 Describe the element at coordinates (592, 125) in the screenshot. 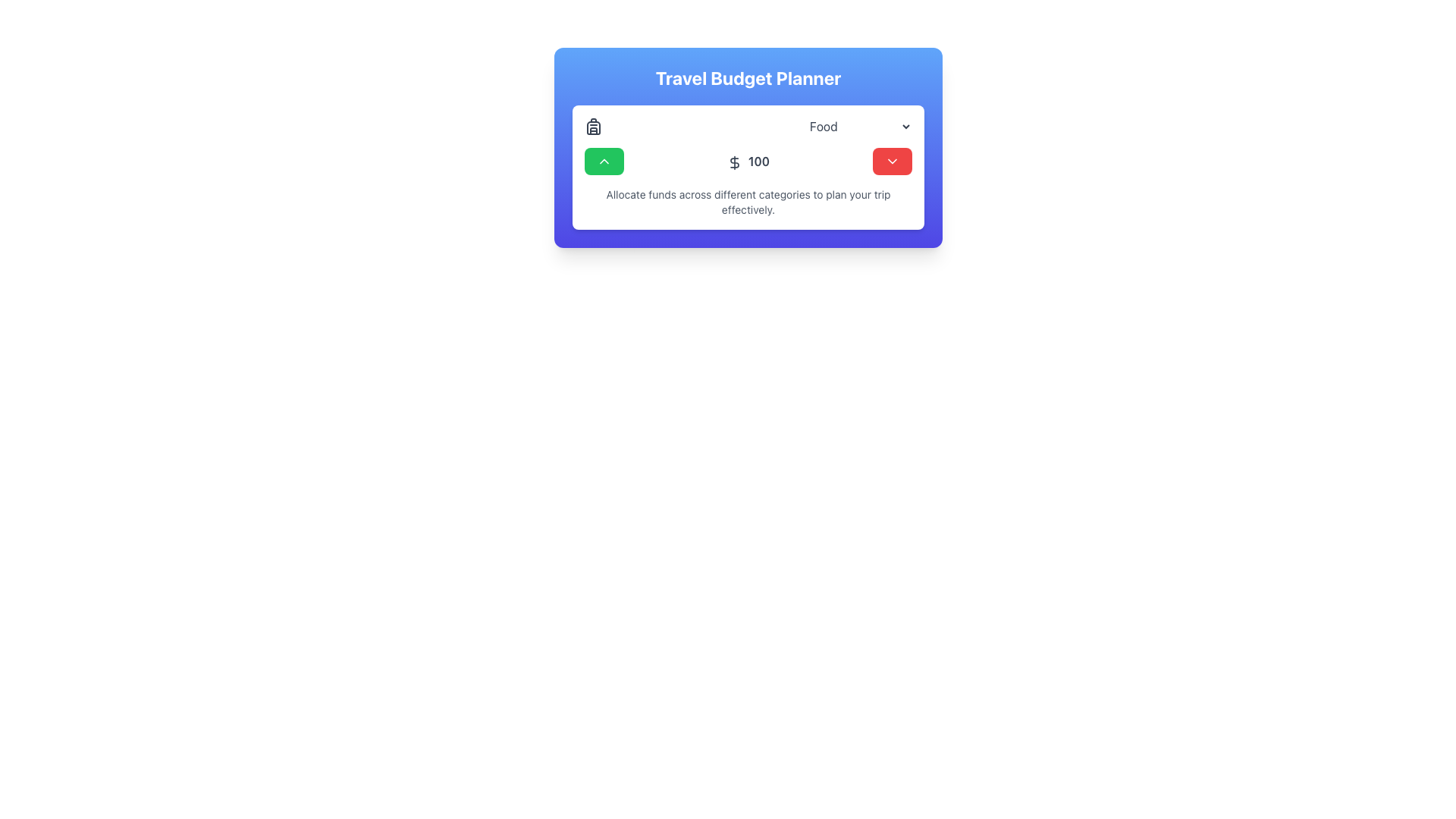

I see `the decorative travel budgeting icon located to the left of the 'Food' label in the 'Travel Budget Planner' section` at that location.